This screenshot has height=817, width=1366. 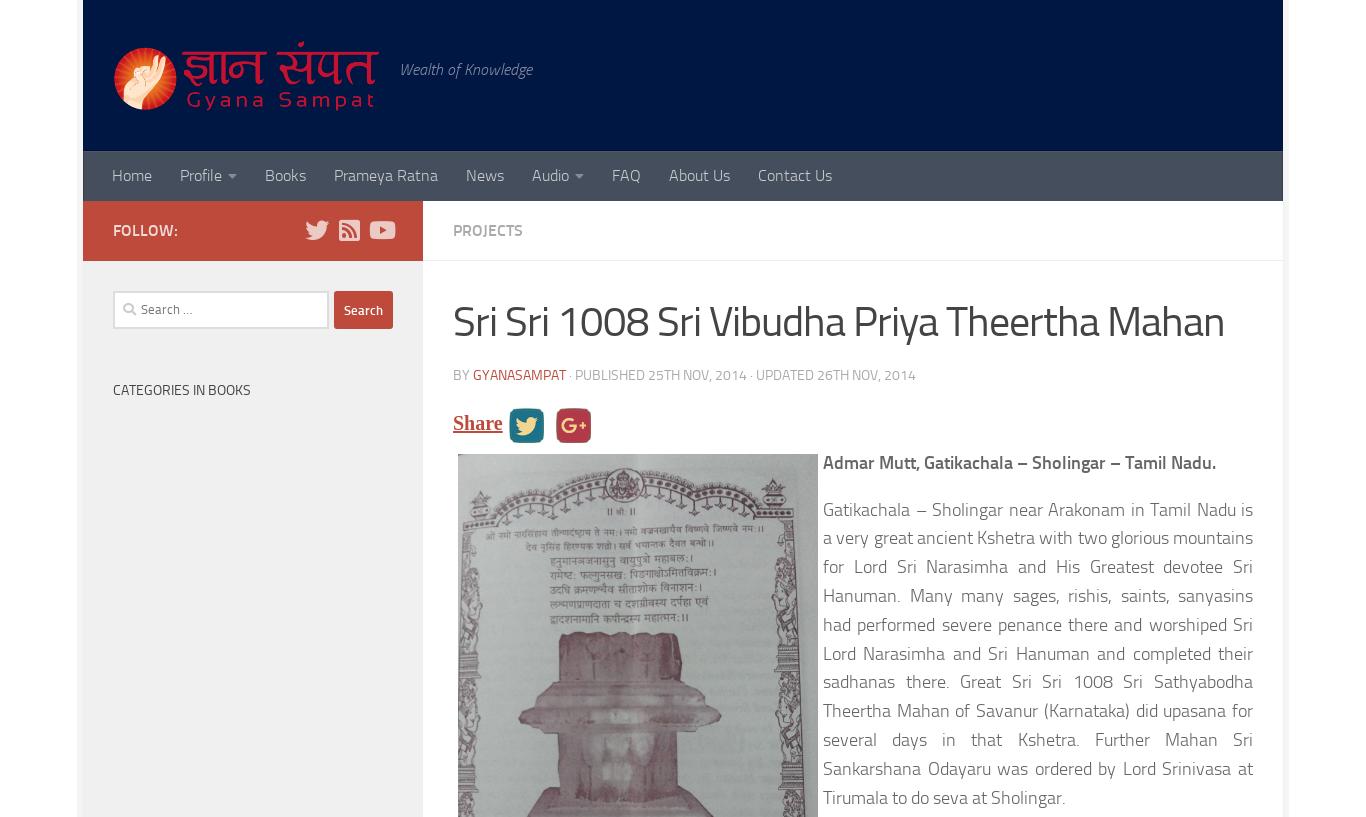 What do you see at coordinates (144, 229) in the screenshot?
I see `'Follow:'` at bounding box center [144, 229].